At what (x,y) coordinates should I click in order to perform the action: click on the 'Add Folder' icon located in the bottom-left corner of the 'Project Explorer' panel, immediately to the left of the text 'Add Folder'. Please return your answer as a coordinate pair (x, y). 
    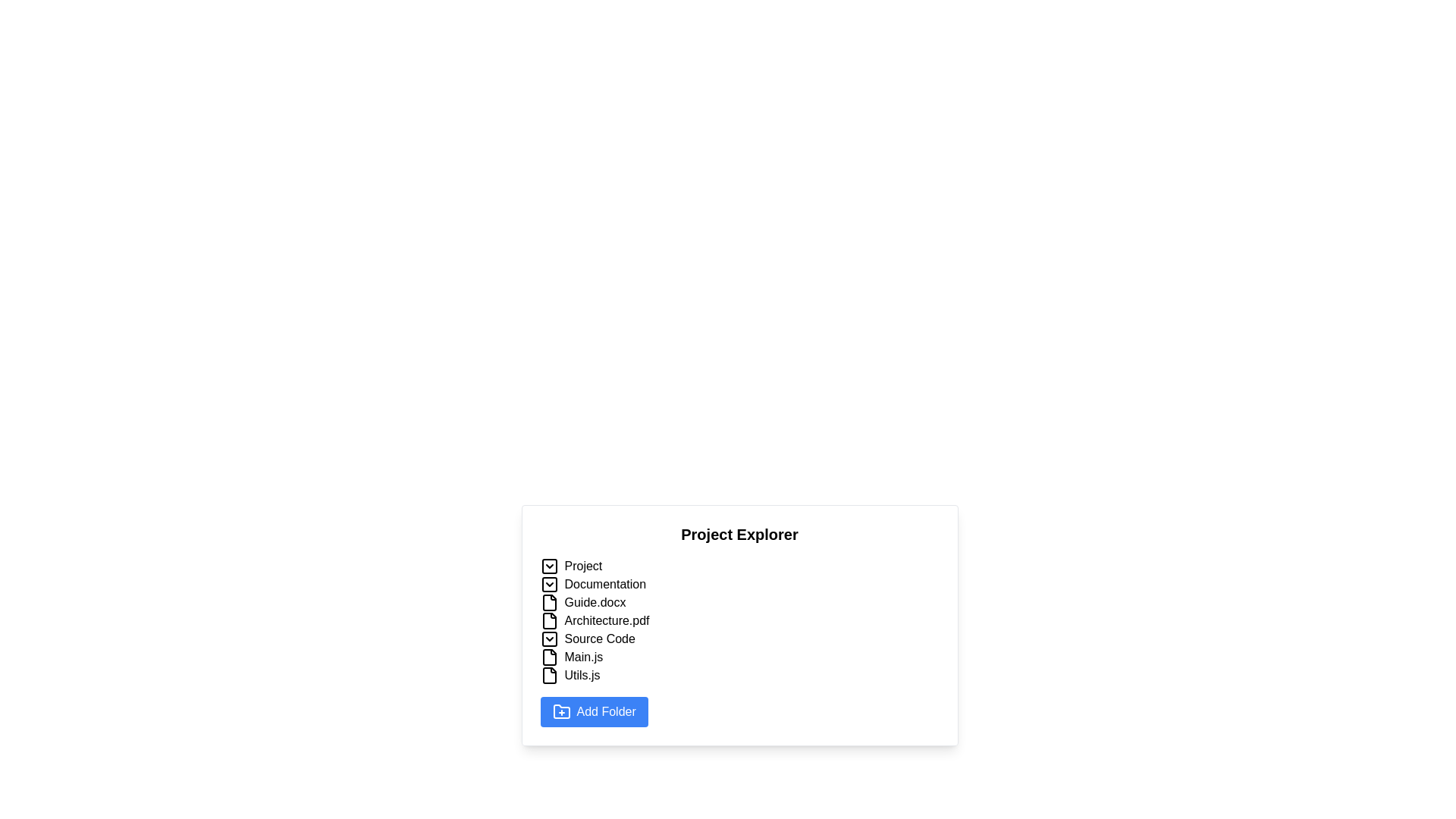
    Looking at the image, I should click on (560, 711).